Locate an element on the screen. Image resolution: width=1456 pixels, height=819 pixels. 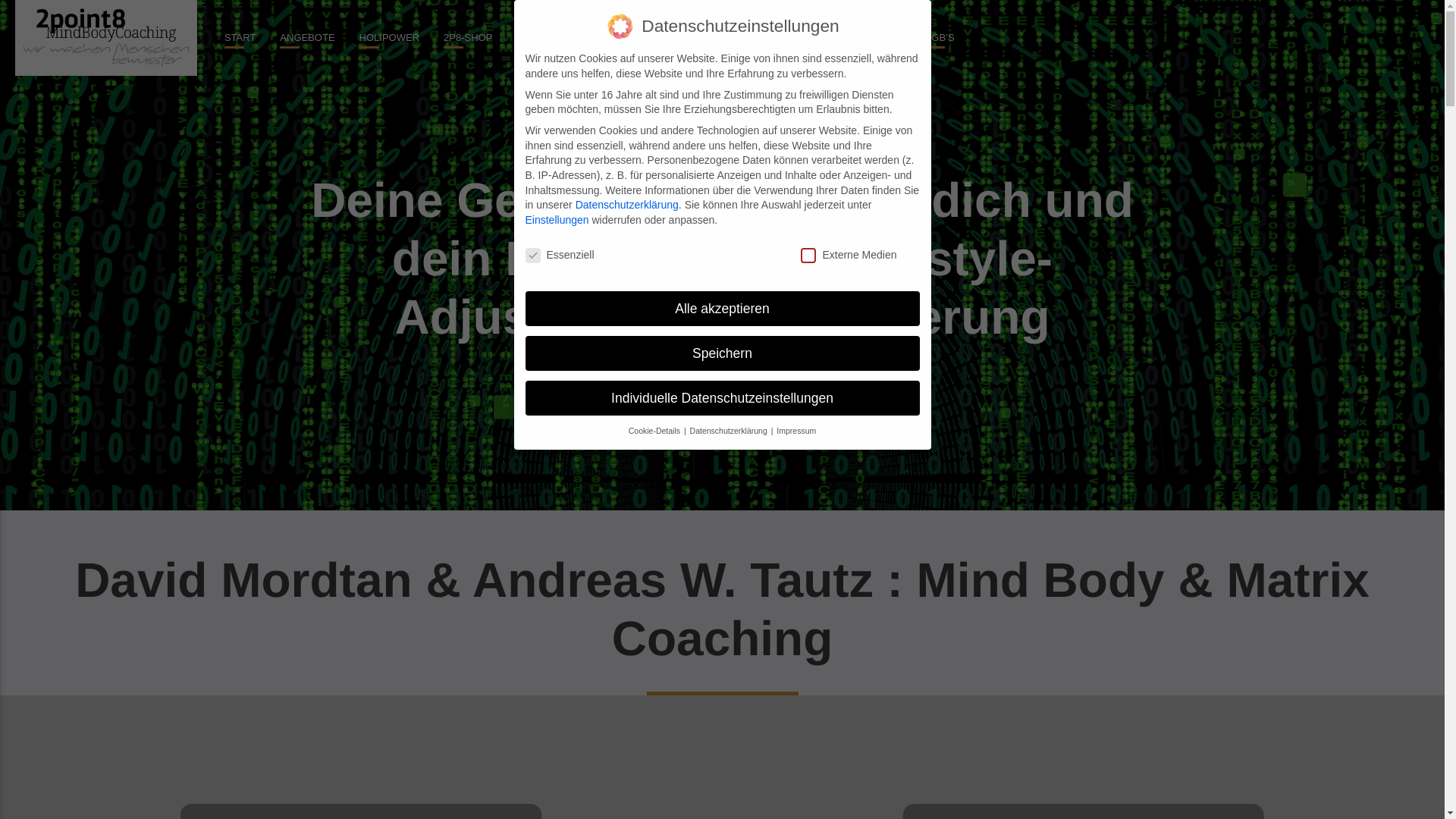
'IMMUNSYSTEM' is located at coordinates (742, 37).